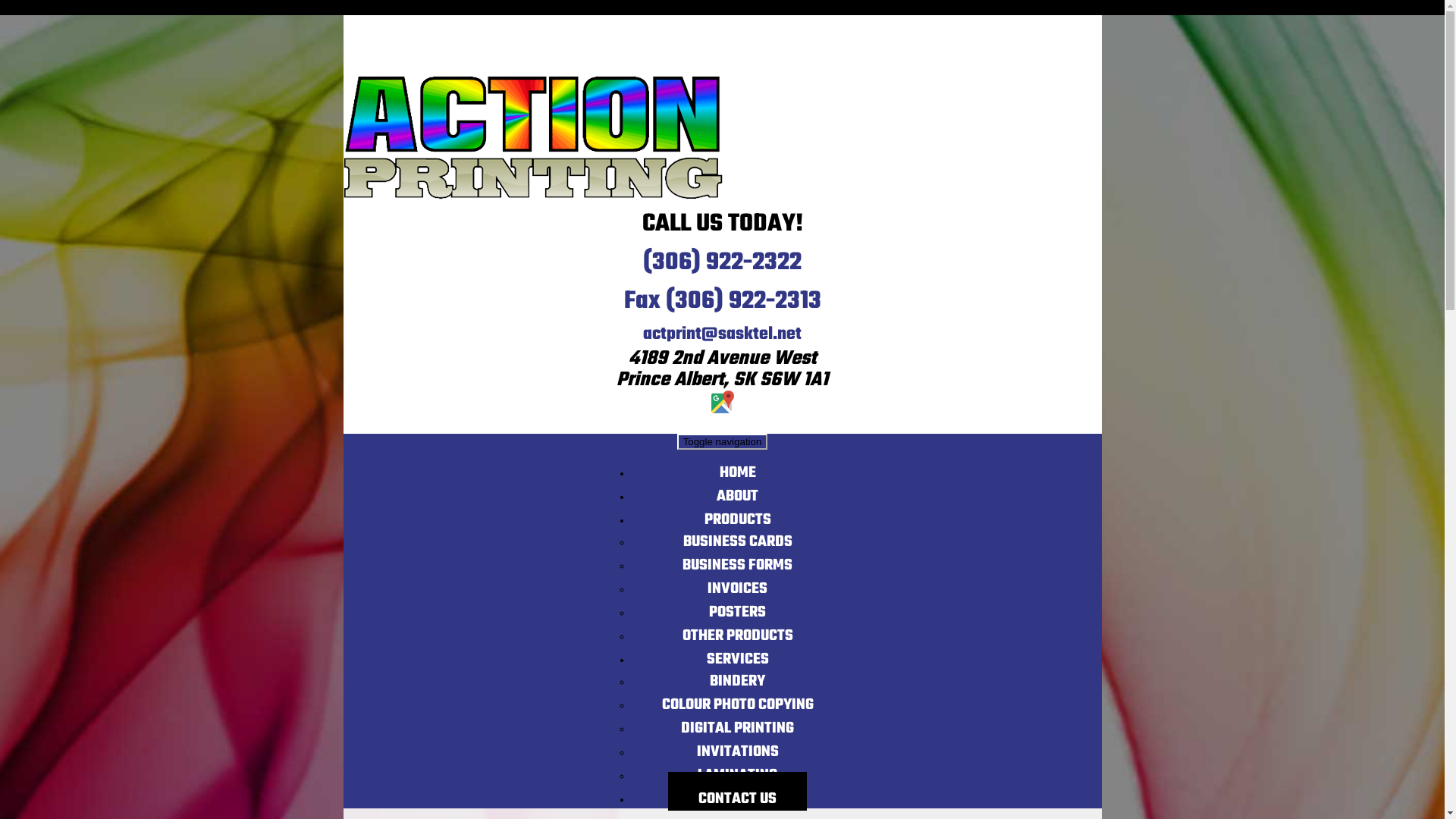  Describe the element at coordinates (737, 580) in the screenshot. I see `'INVOICES'` at that location.